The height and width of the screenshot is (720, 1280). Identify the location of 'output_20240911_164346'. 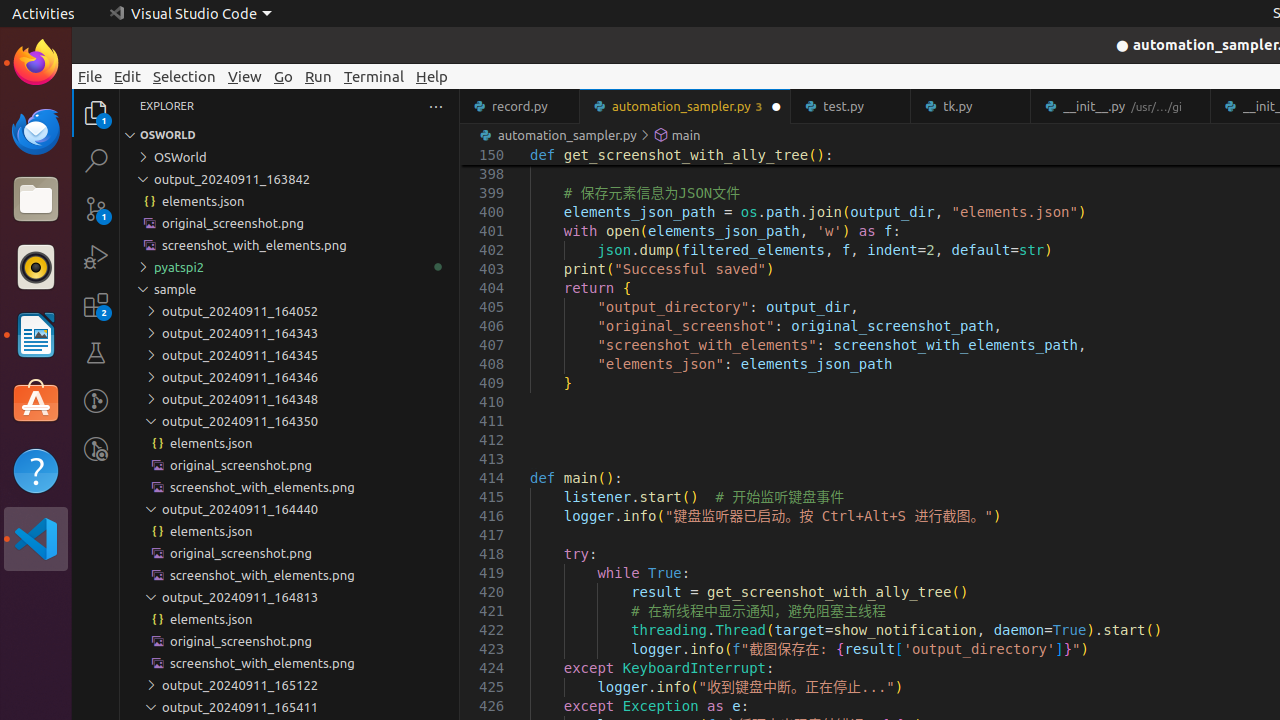
(288, 376).